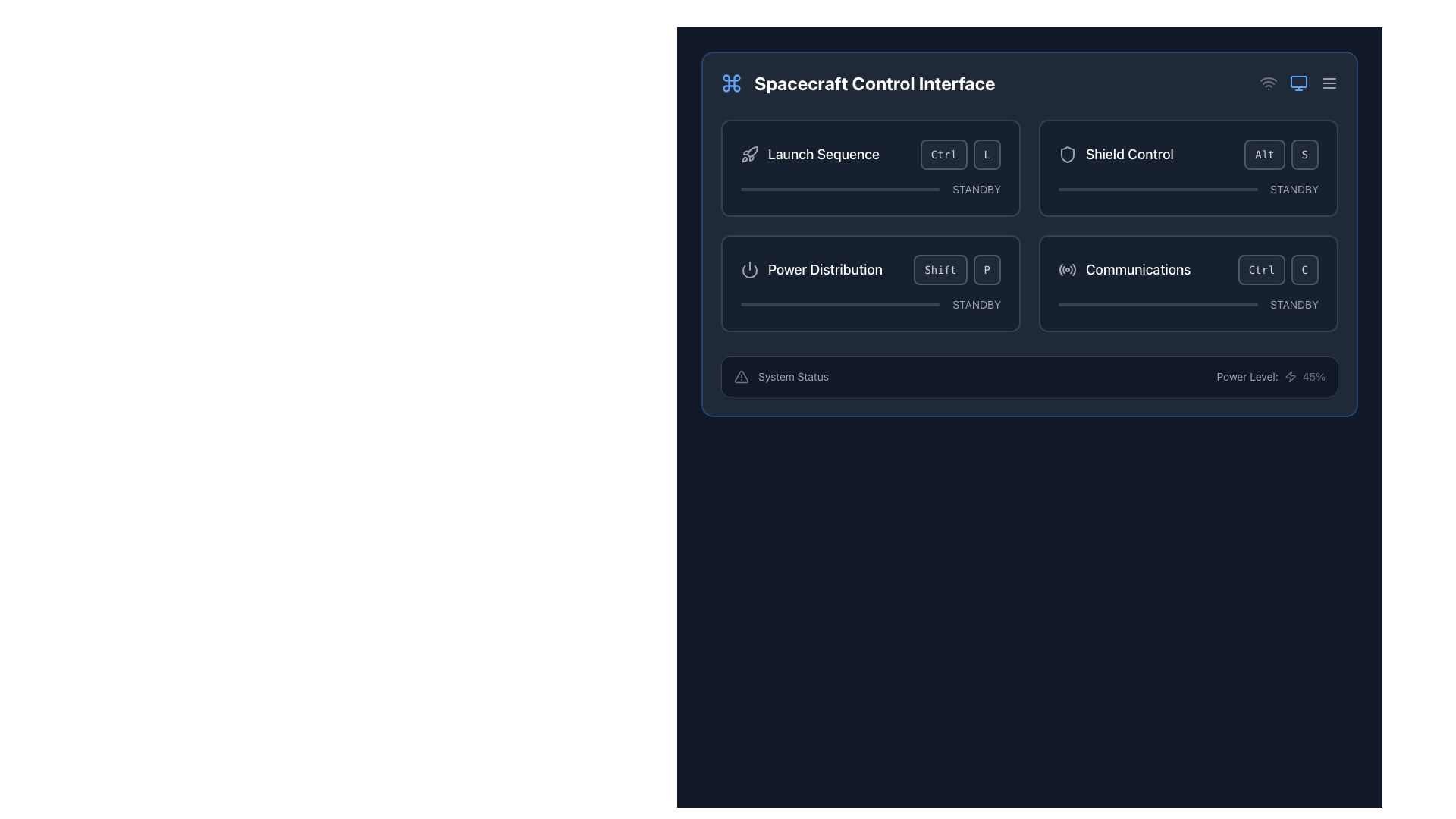 This screenshot has width=1456, height=819. What do you see at coordinates (1289, 376) in the screenshot?
I see `the gray lightning bolt icon located in the 'Power Level: 45%' section, positioned to the right of the text 'Power Level:' and before the numeric representation '45%` at bounding box center [1289, 376].